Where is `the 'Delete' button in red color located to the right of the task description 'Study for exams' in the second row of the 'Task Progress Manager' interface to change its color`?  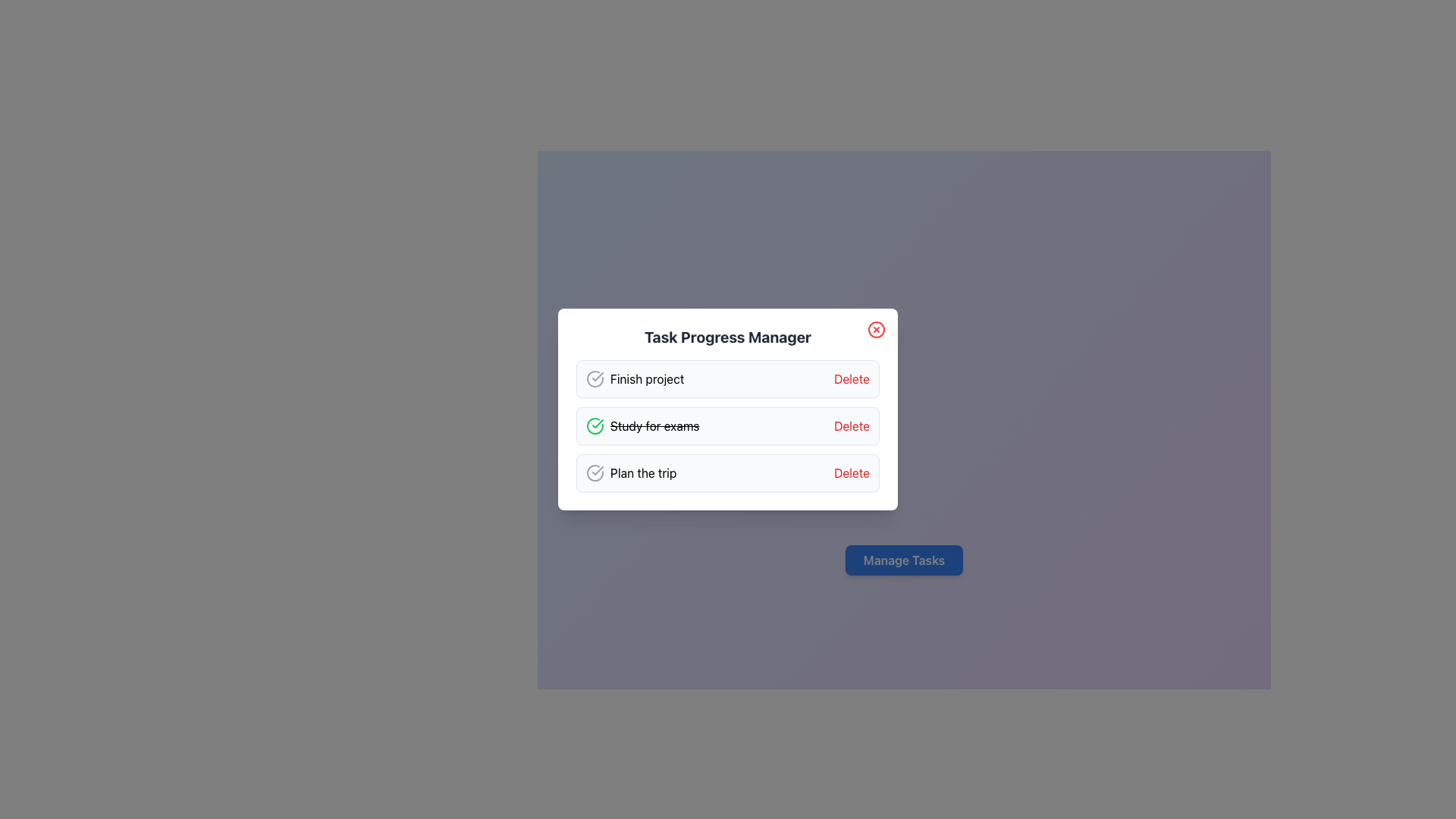 the 'Delete' button in red color located to the right of the task description 'Study for exams' in the second row of the 'Task Progress Manager' interface to change its color is located at coordinates (852, 426).